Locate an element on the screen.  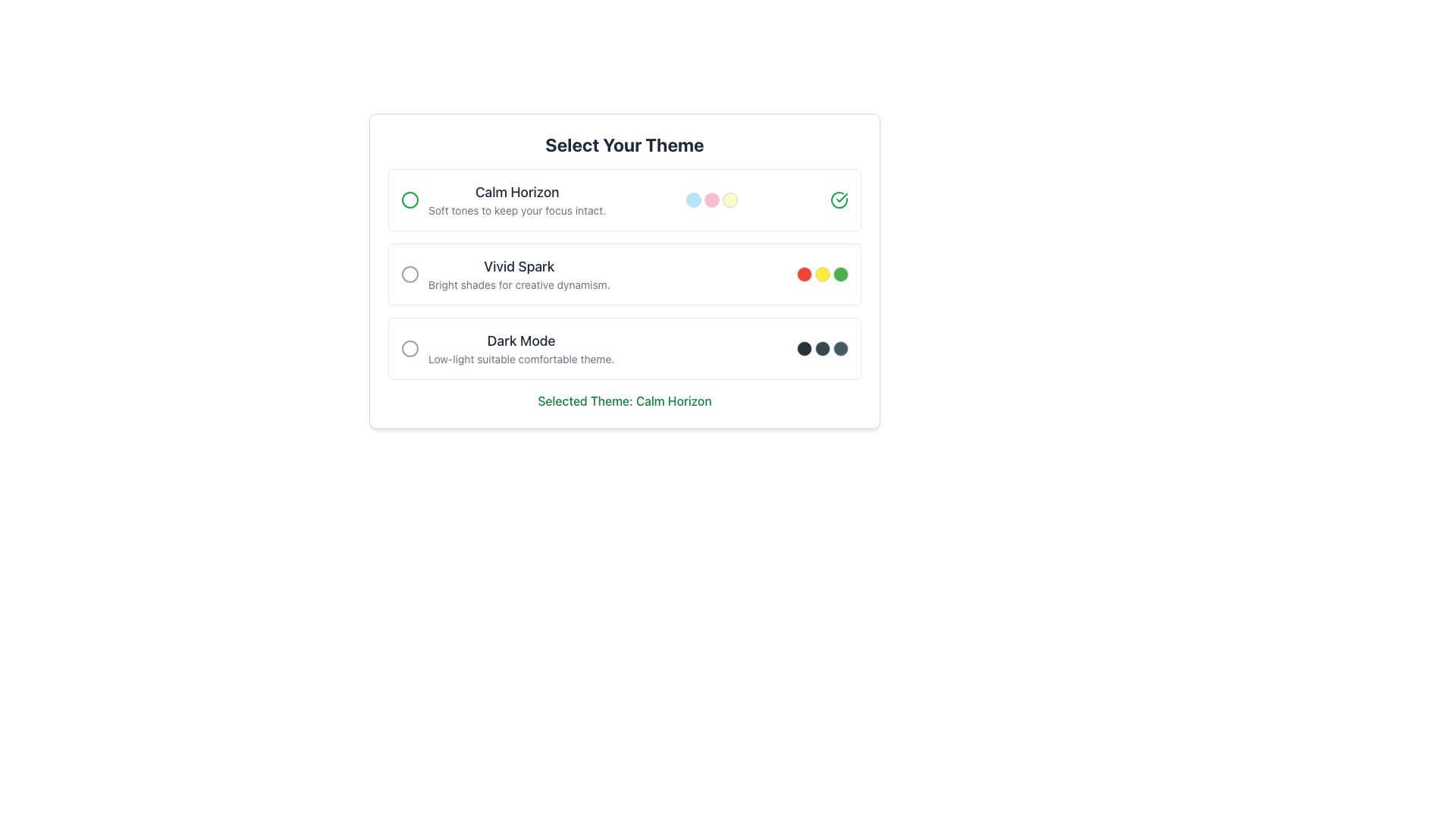
the 'Vivid Spark' text label in the 'Select Your Theme' section is located at coordinates (519, 275).